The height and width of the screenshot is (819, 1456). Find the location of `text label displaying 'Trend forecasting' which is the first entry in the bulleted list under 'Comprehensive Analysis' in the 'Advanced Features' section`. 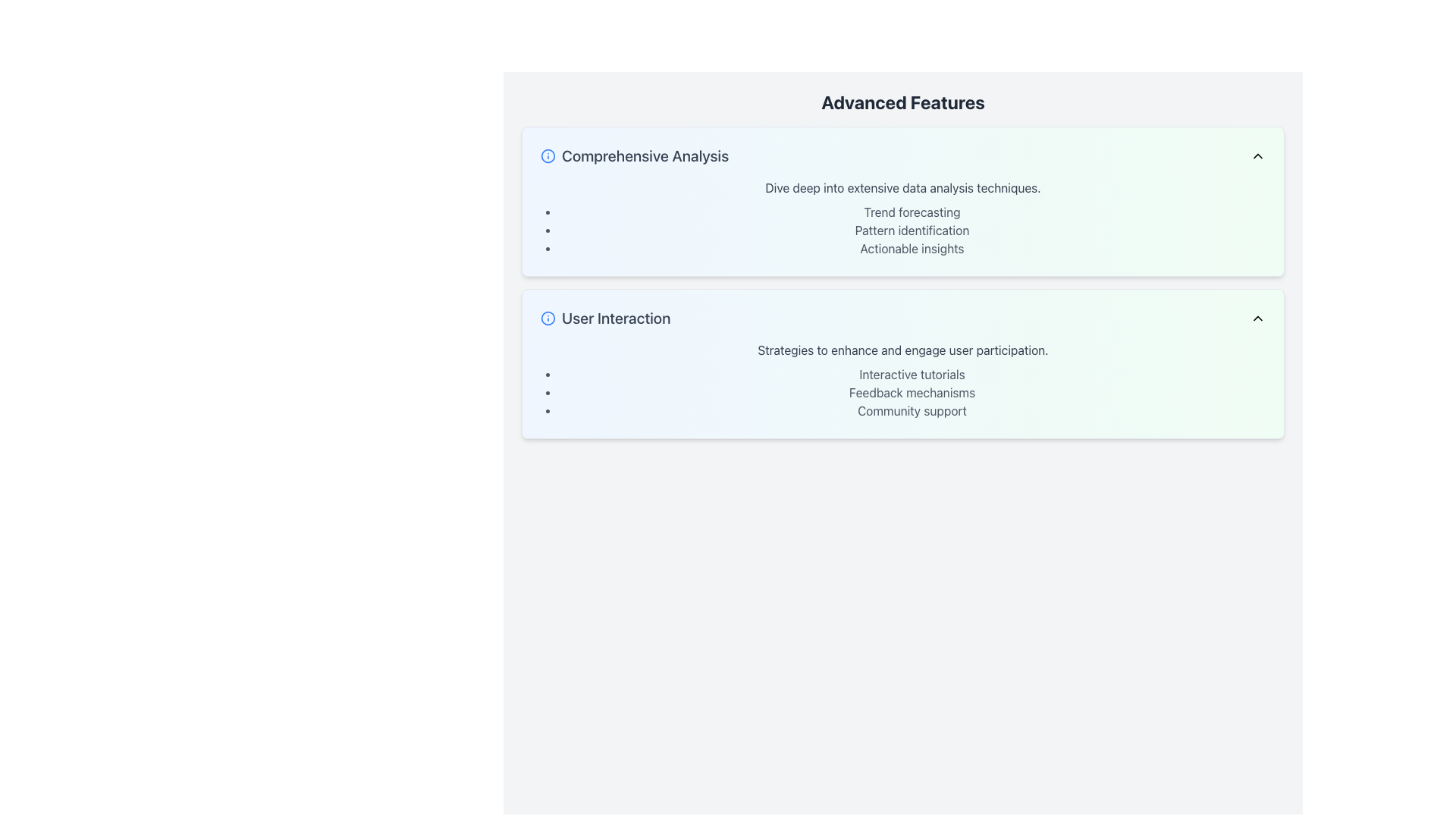

text label displaying 'Trend forecasting' which is the first entry in the bulleted list under 'Comprehensive Analysis' in the 'Advanced Features' section is located at coordinates (912, 212).